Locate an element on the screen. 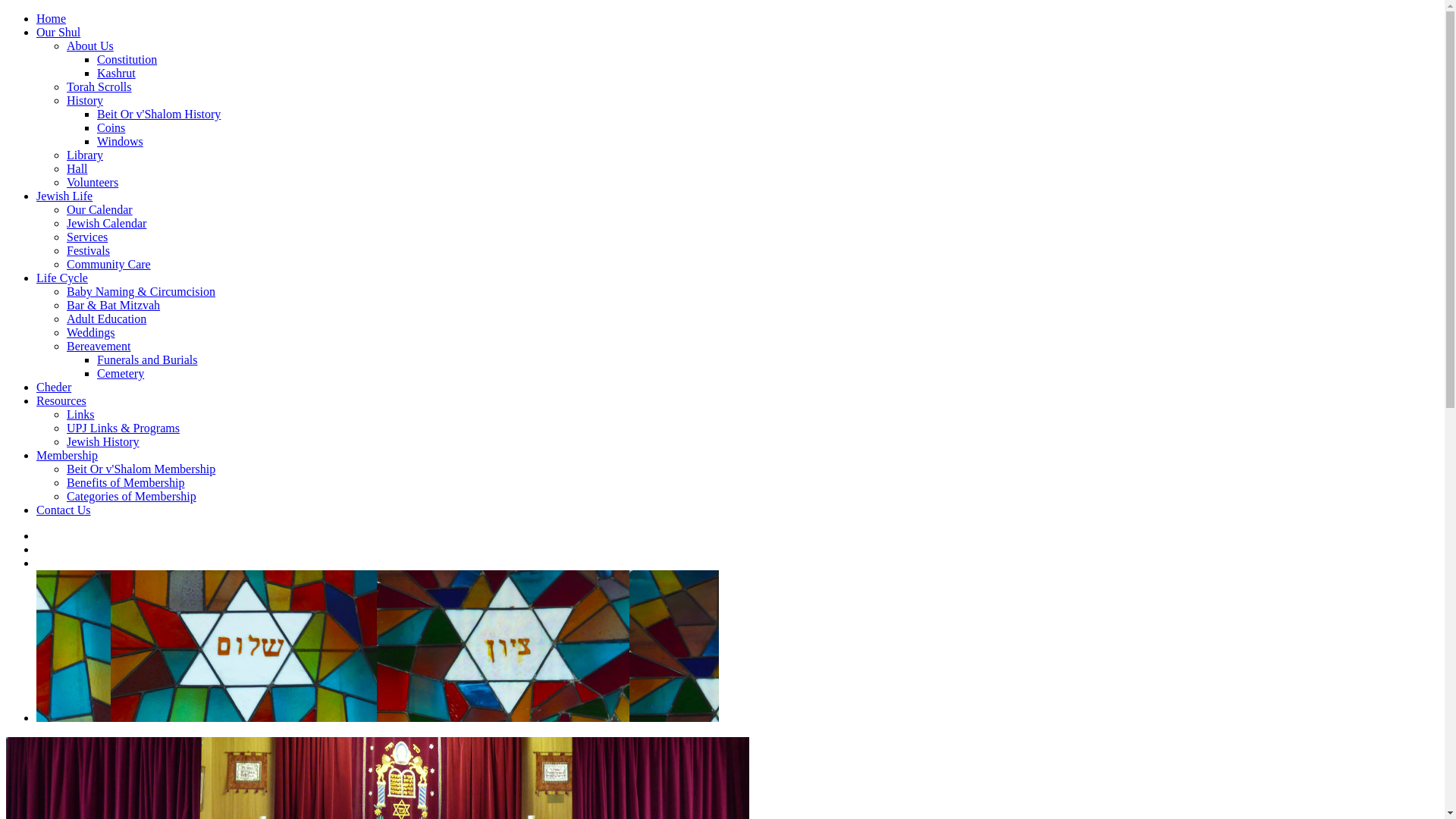 The width and height of the screenshot is (1456, 819). 'History' is located at coordinates (83, 100).